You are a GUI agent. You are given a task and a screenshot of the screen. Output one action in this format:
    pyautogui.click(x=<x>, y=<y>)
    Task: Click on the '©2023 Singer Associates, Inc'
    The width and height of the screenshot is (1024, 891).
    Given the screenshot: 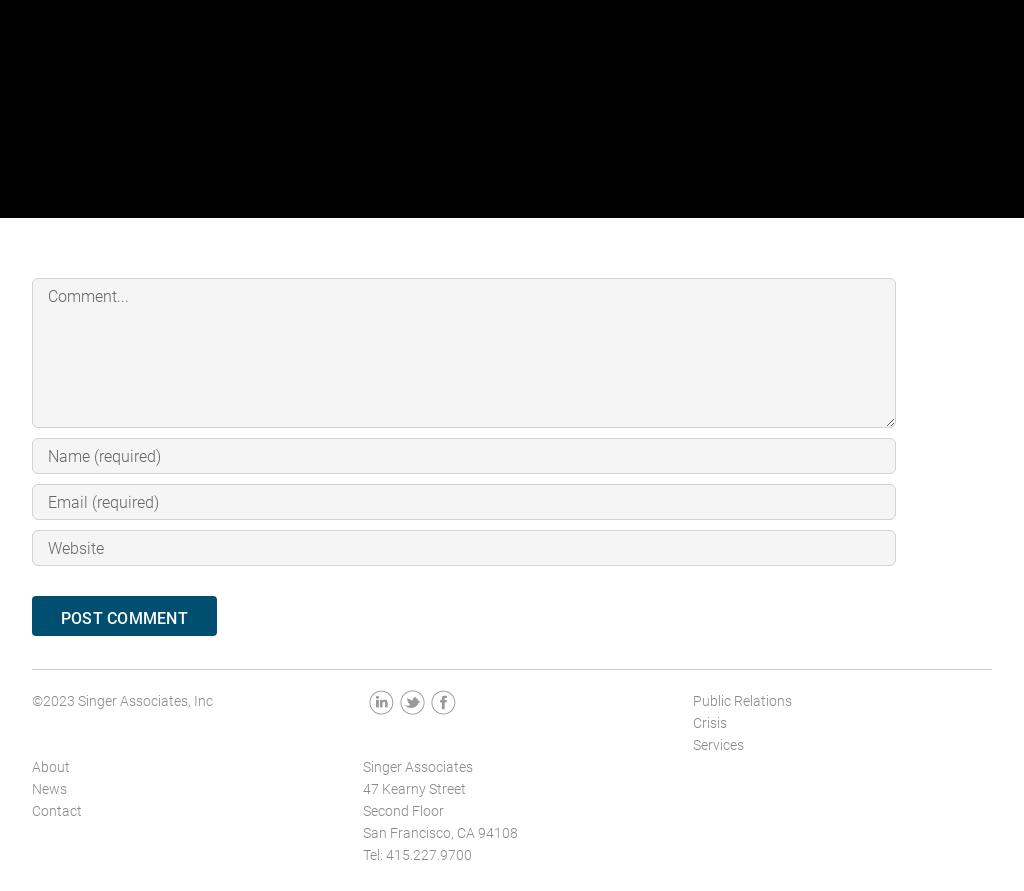 What is the action you would take?
    pyautogui.click(x=122, y=700)
    